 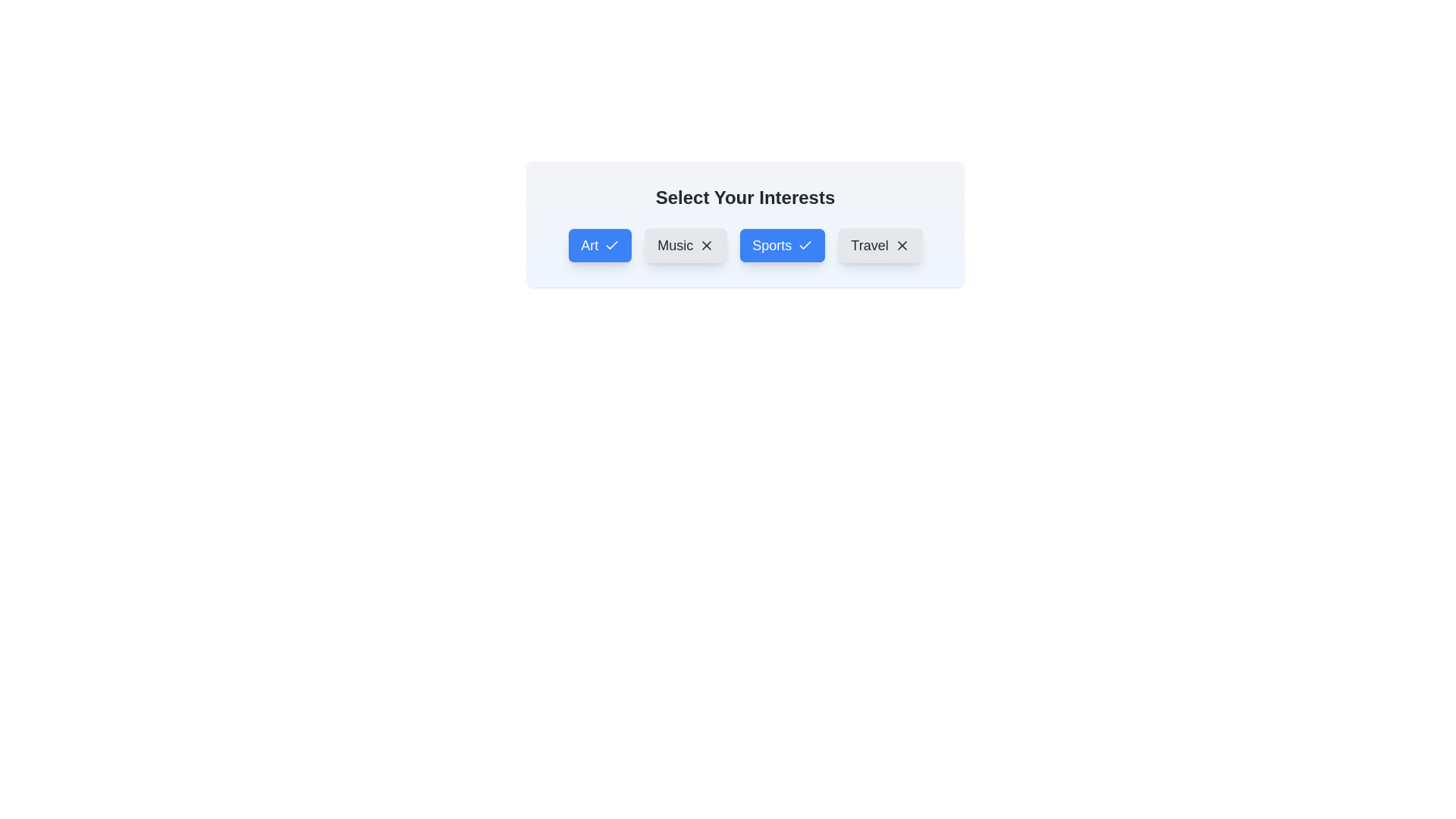 I want to click on the interest item Travel, so click(x=880, y=245).